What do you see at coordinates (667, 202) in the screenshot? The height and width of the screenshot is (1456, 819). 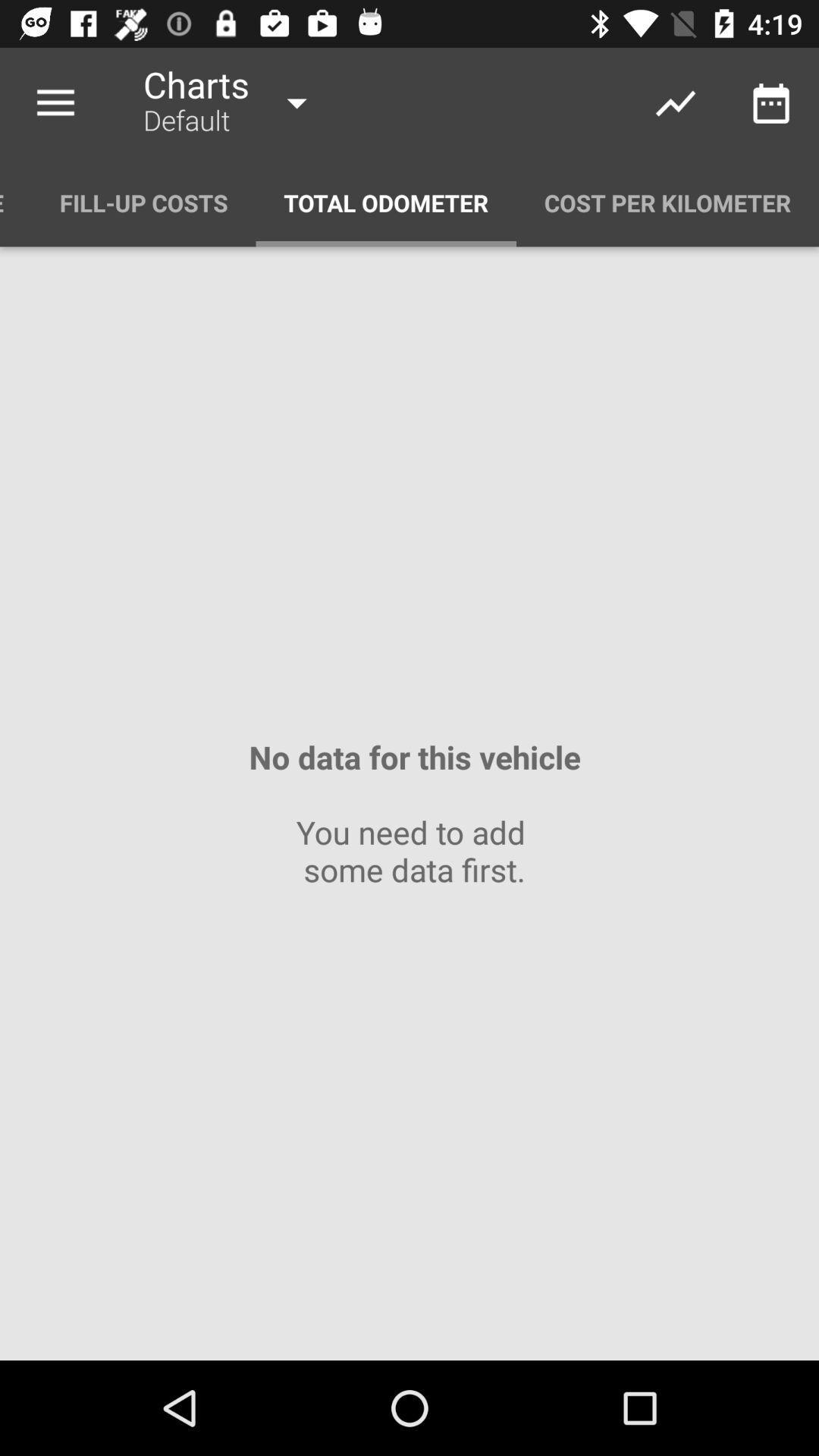 I see `the cost per kilometer` at bounding box center [667, 202].